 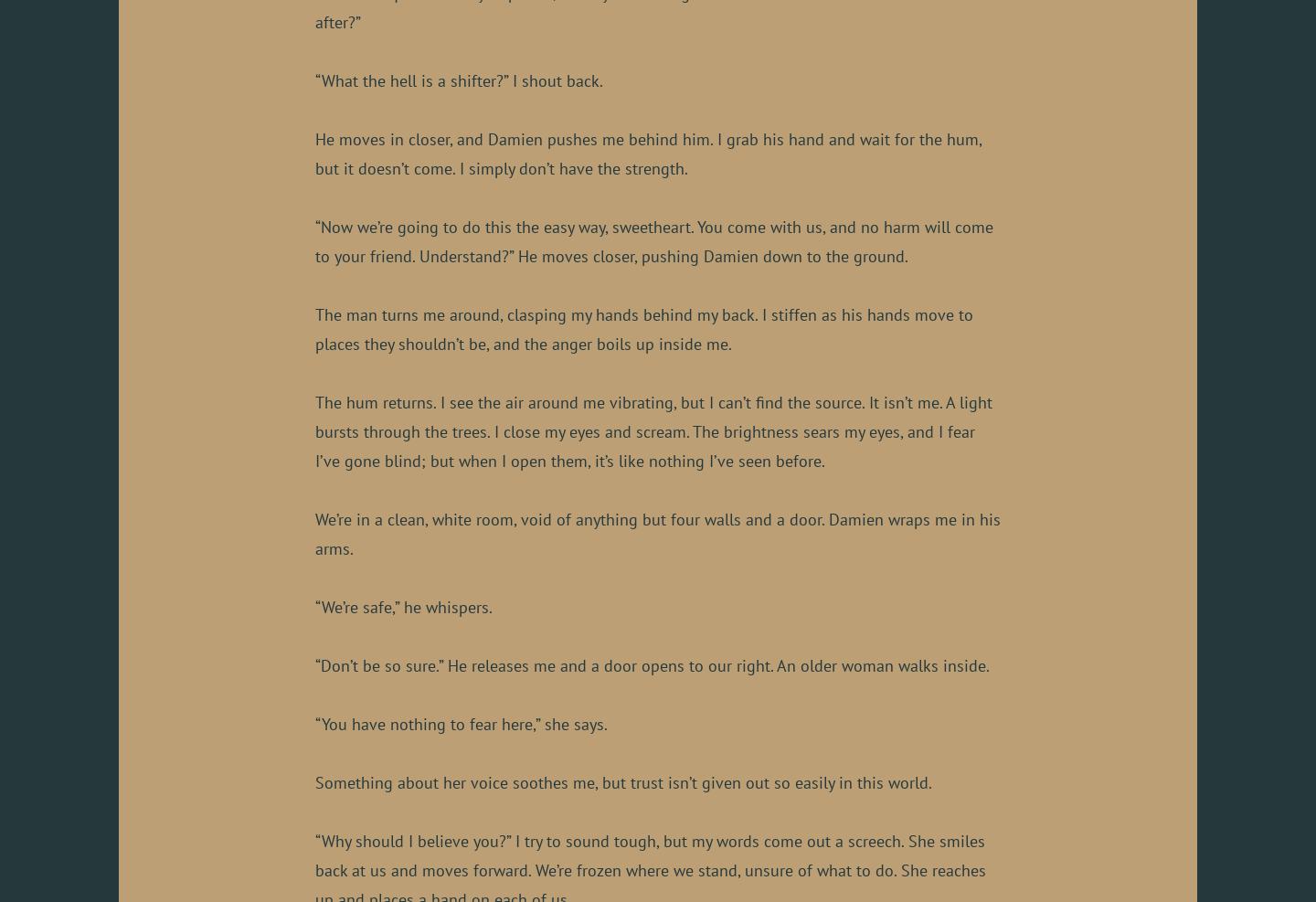 I want to click on '“You have nothing to fear here,” she says.', so click(x=461, y=724).